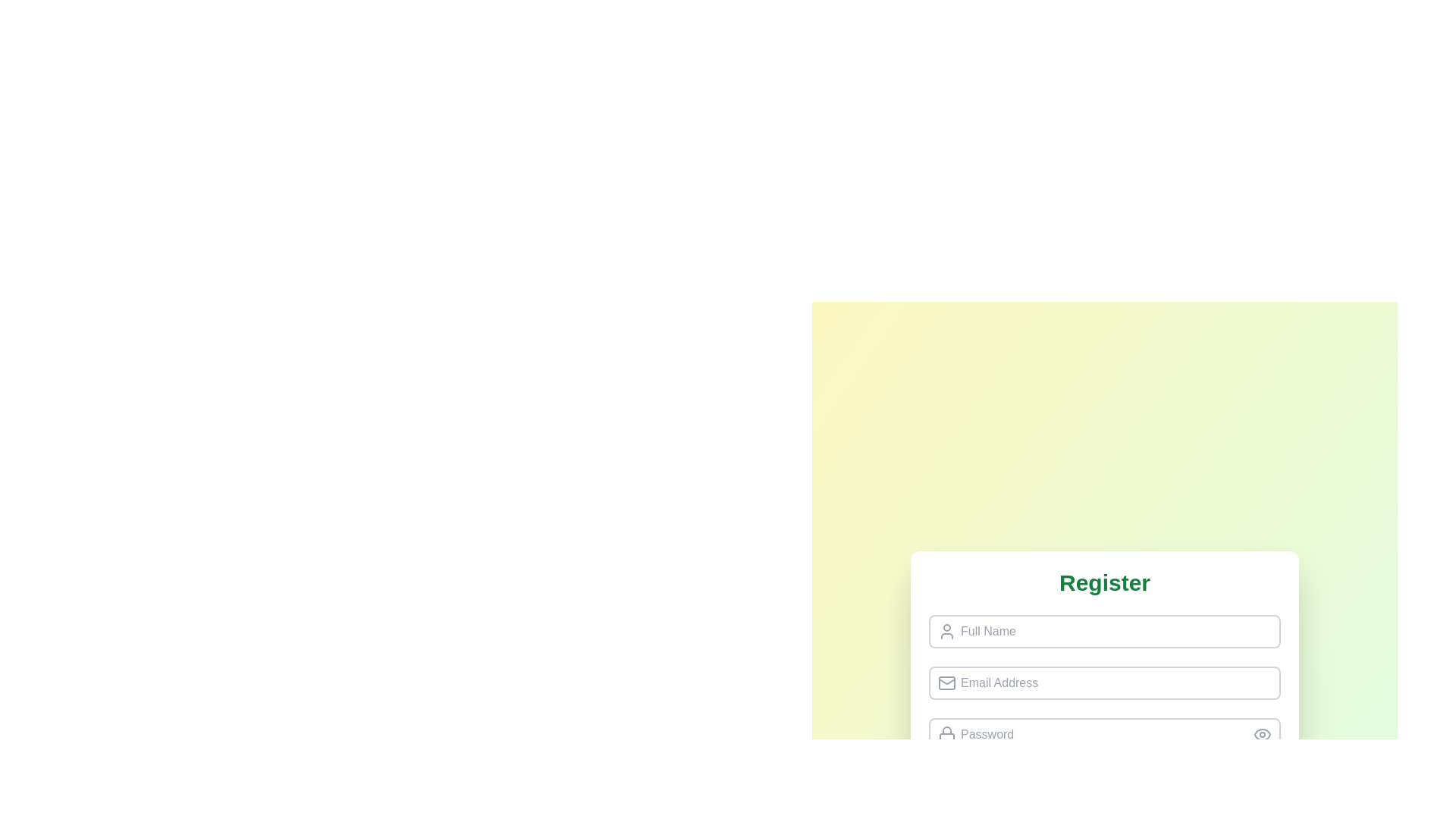 This screenshot has width=1456, height=819. I want to click on the password input field with rounded corners and a placeholder labeled 'Password', so click(1105, 733).